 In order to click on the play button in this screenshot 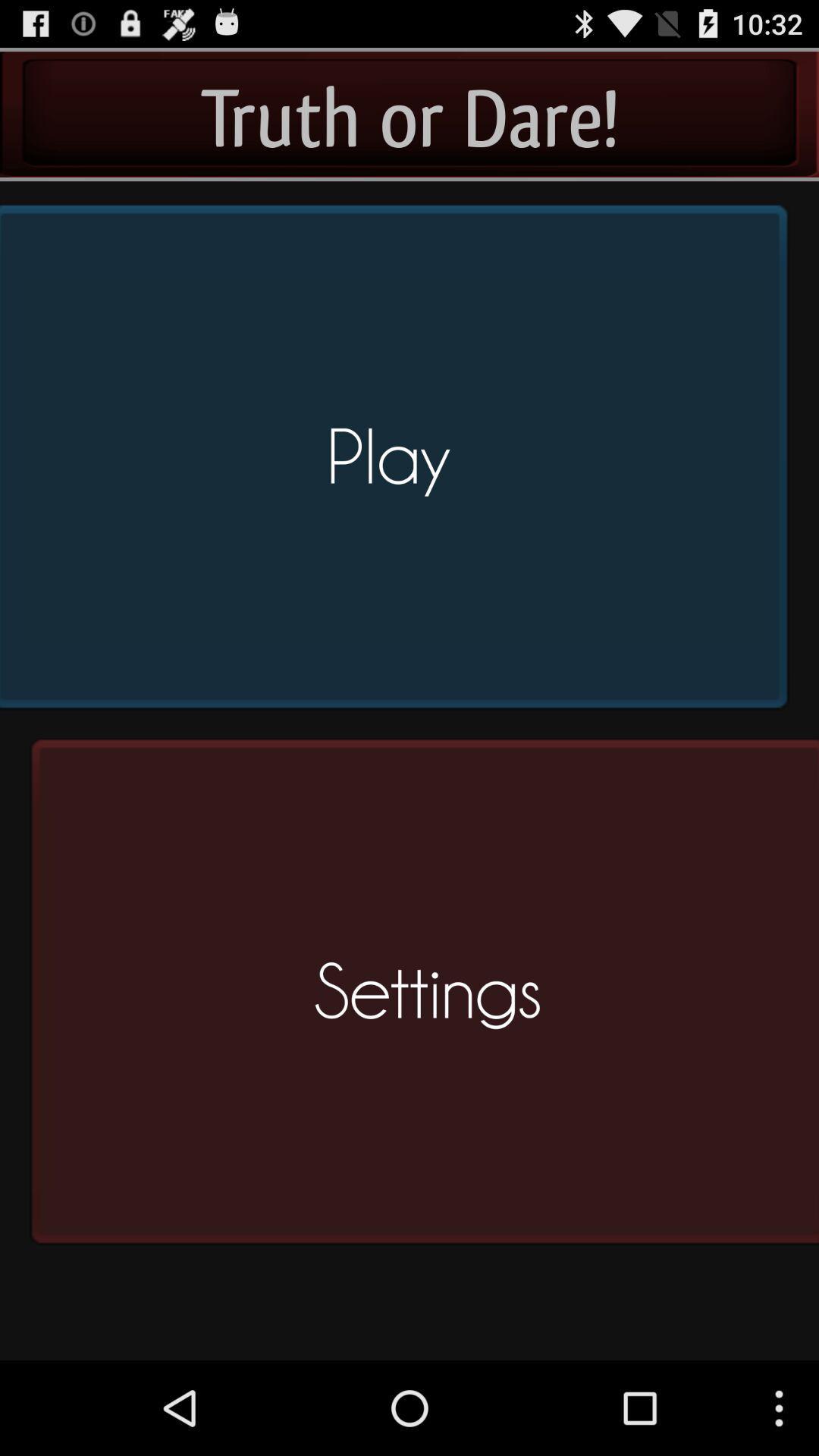, I will do `click(398, 463)`.